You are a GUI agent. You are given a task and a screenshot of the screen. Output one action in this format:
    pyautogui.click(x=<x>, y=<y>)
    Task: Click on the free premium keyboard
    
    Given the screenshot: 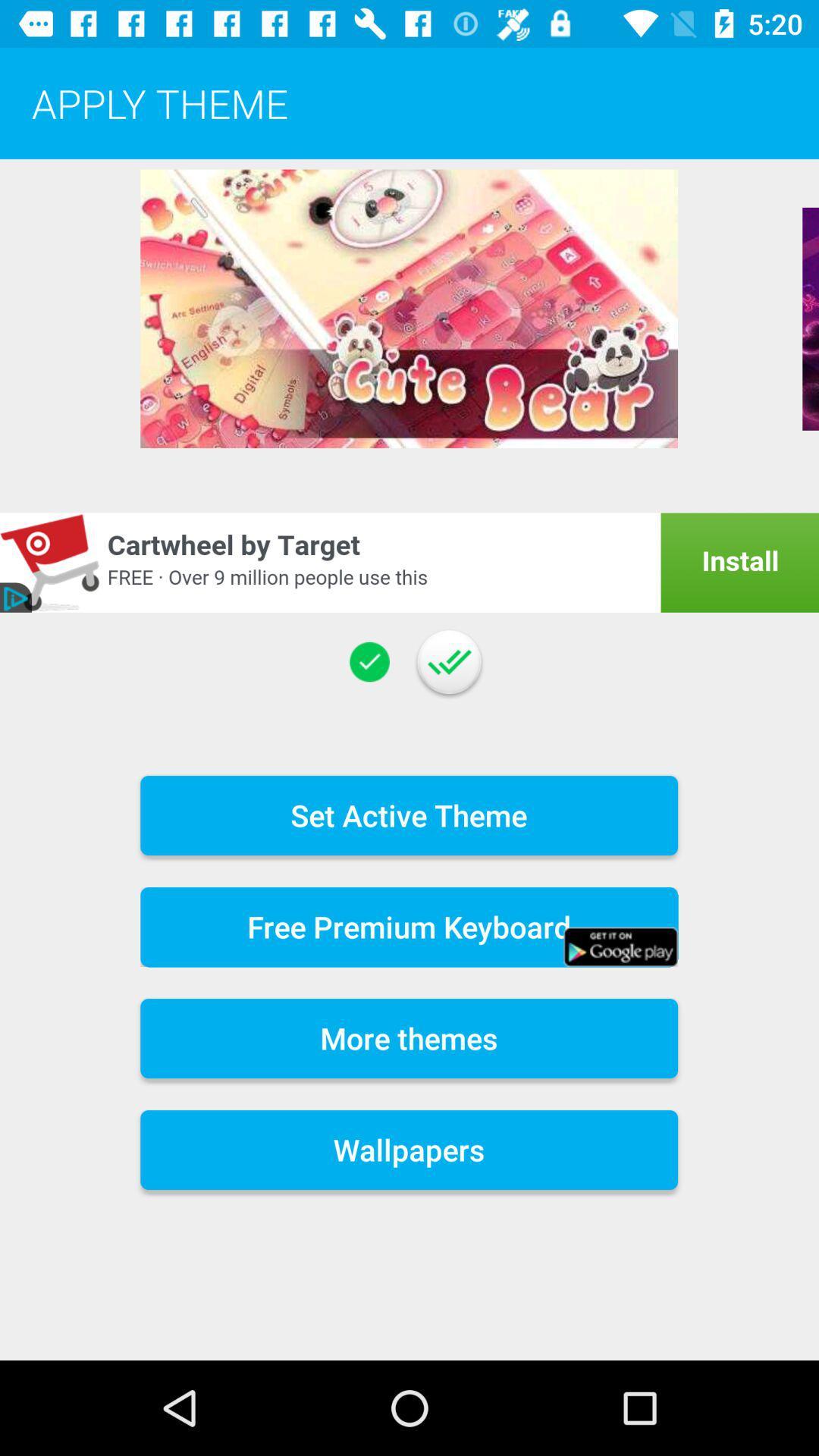 What is the action you would take?
    pyautogui.click(x=408, y=926)
    